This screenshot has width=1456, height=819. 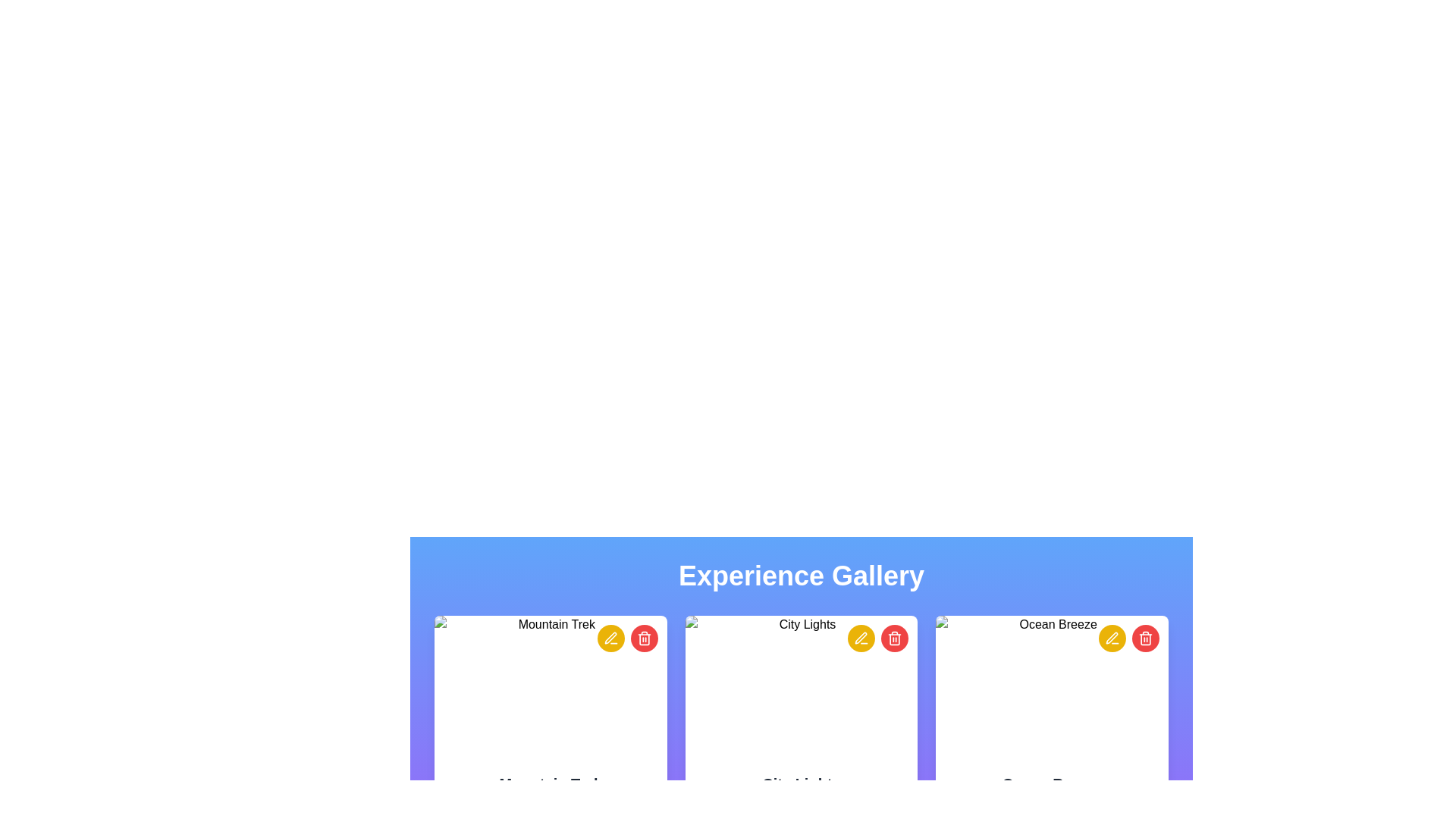 What do you see at coordinates (610, 638) in the screenshot?
I see `the pen icon button with a yellow background located in the top right corner of the 'Mountain Trek' card to trigger tooltip or animation effects` at bounding box center [610, 638].